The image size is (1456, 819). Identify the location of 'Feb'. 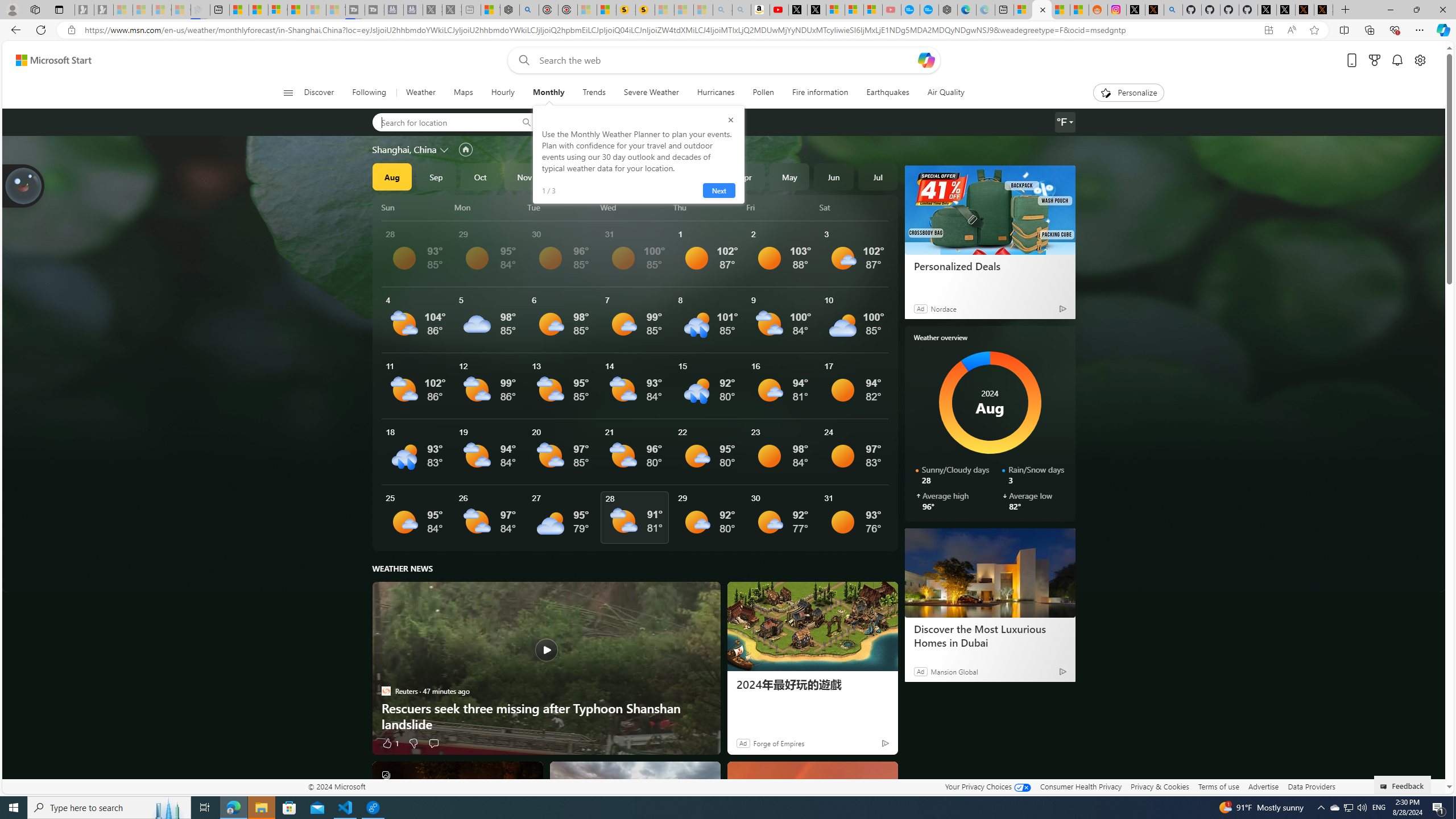
(656, 176).